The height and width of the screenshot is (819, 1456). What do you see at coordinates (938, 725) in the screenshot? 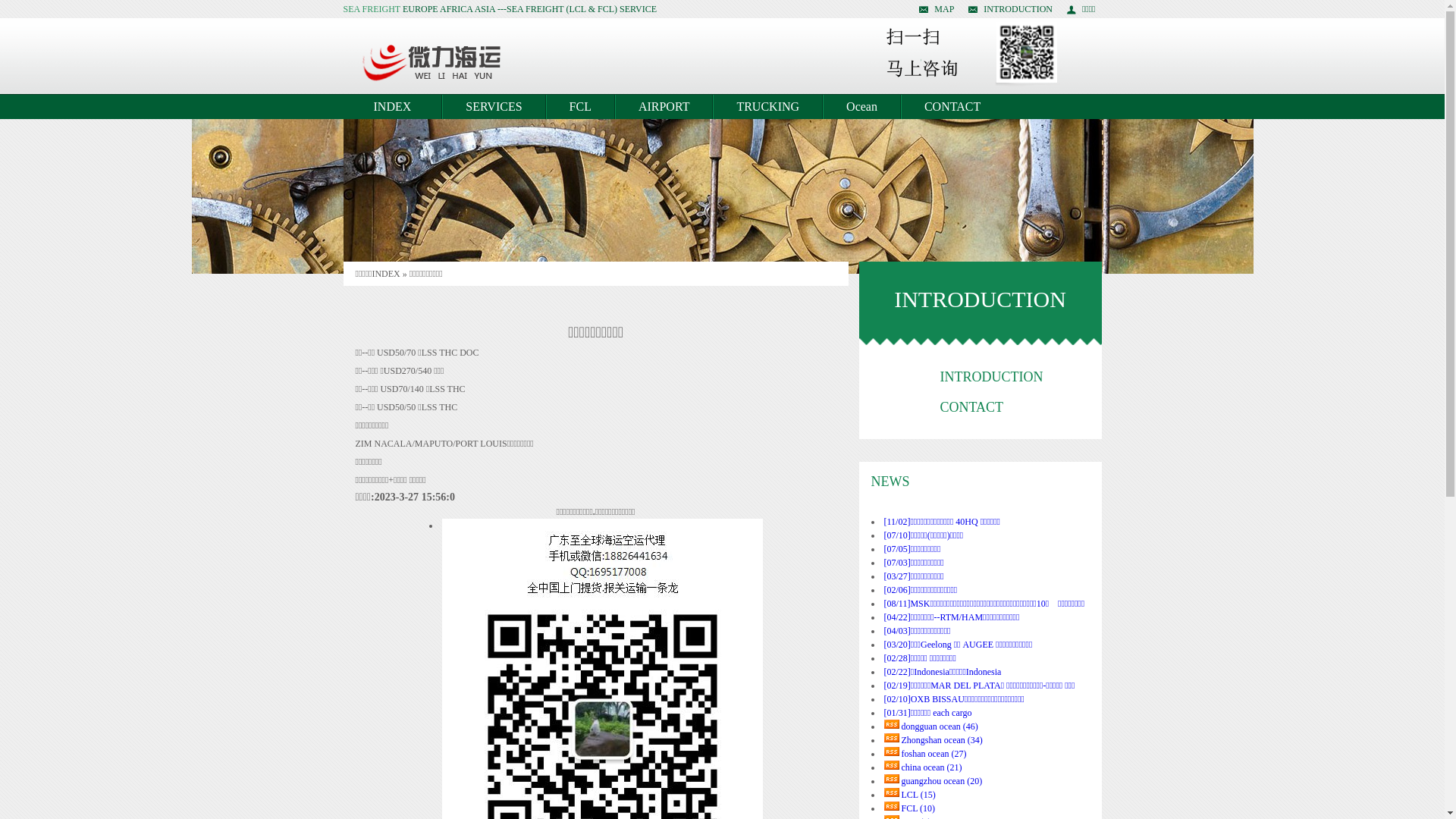
I see `'dongguan ocean (46)'` at bounding box center [938, 725].